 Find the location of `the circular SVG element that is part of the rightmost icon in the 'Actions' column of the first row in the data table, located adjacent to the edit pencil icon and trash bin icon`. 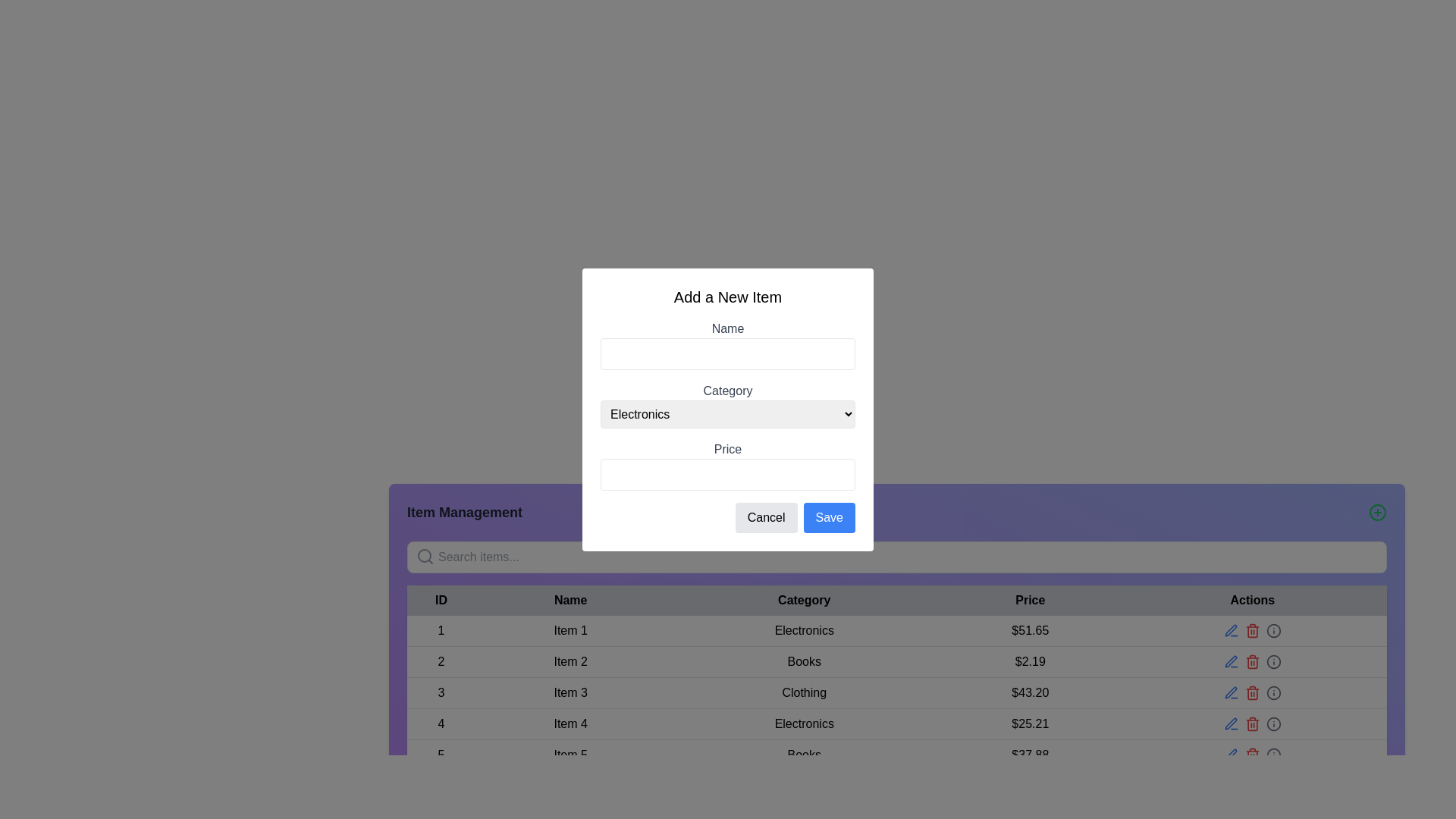

the circular SVG element that is part of the rightmost icon in the 'Actions' column of the first row in the data table, located adjacent to the edit pencil icon and trash bin icon is located at coordinates (1273, 631).